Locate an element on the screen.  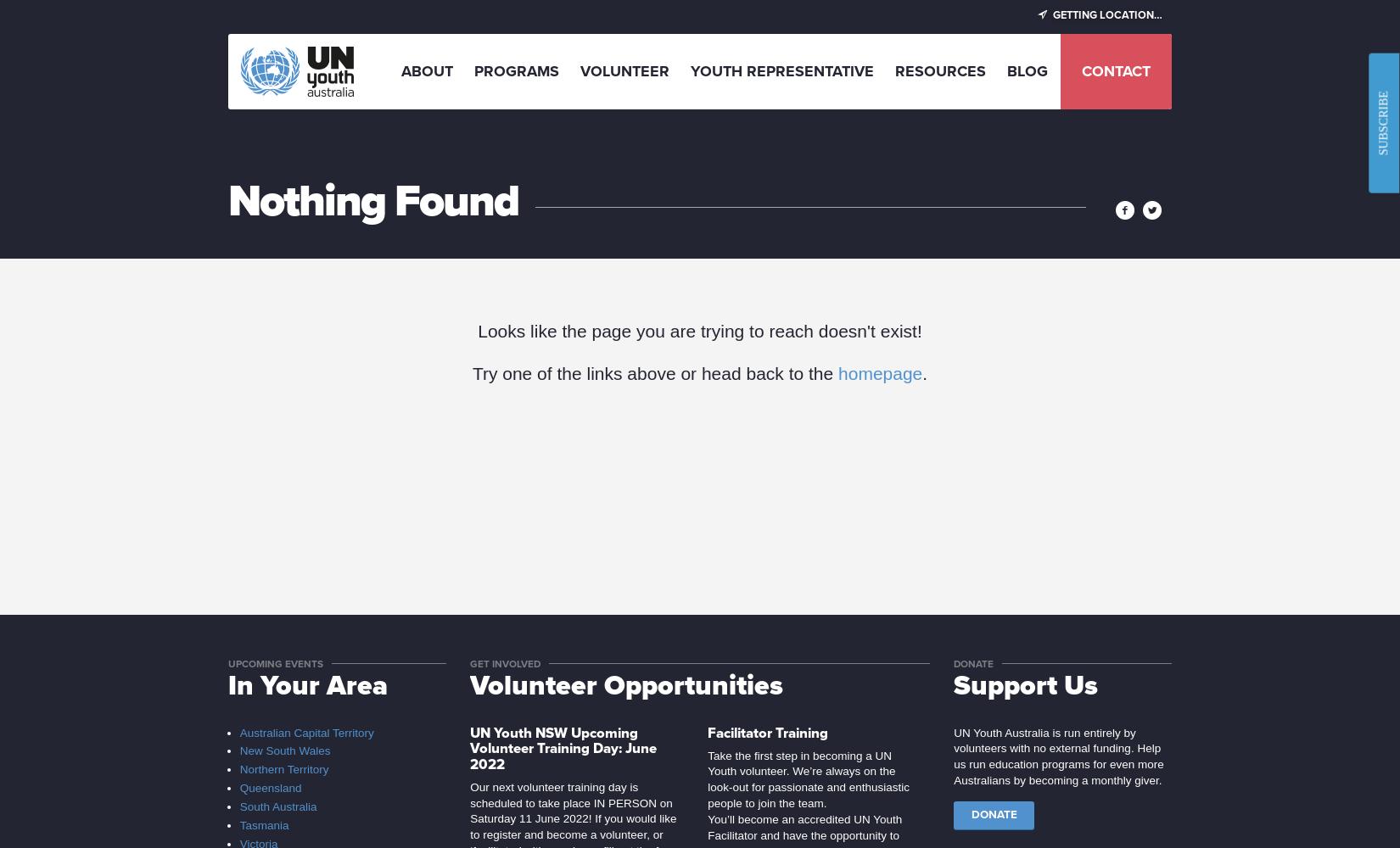
'Programs' is located at coordinates (473, 70).